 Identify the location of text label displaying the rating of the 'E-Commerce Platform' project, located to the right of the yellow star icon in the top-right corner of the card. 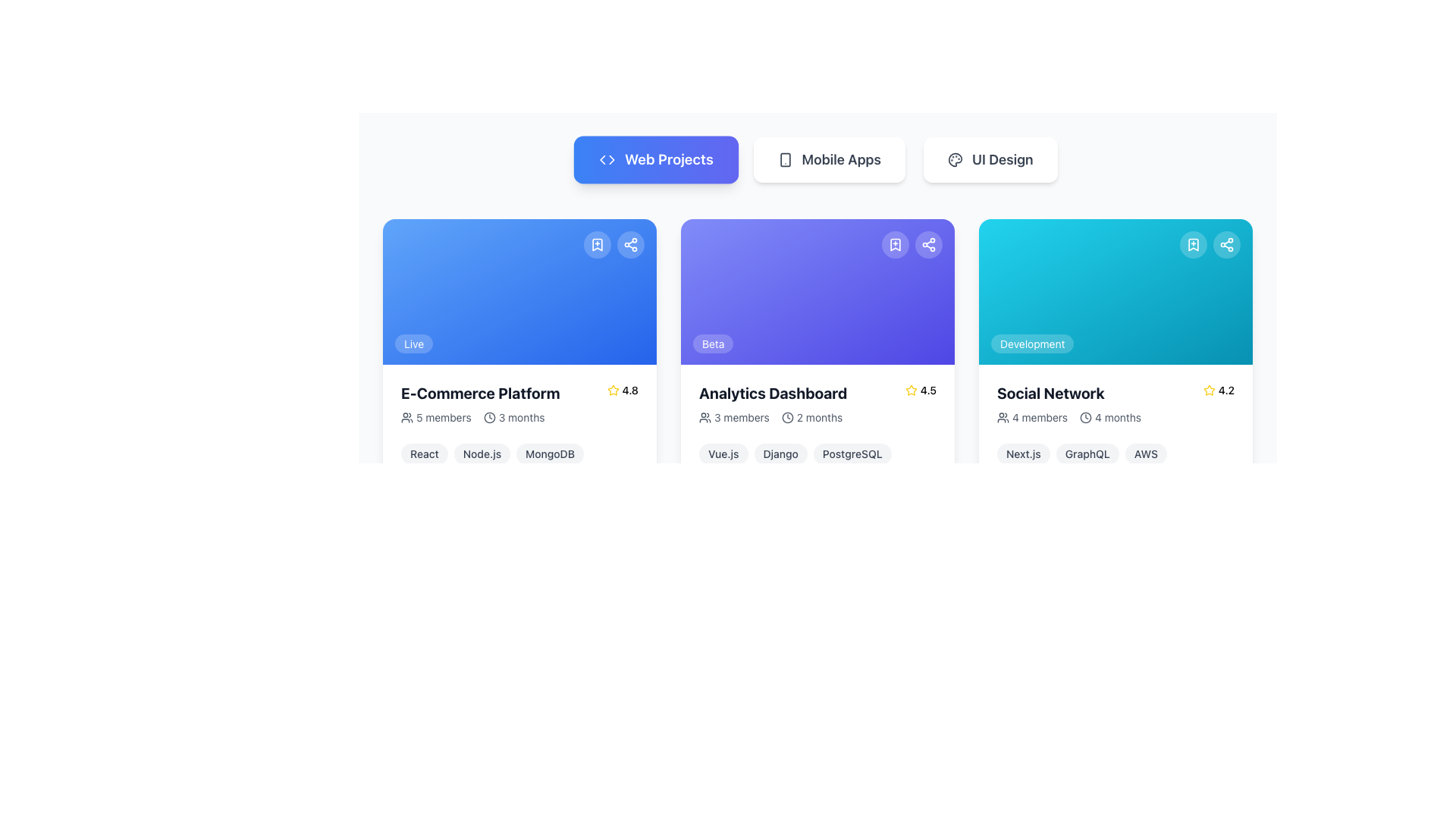
(630, 390).